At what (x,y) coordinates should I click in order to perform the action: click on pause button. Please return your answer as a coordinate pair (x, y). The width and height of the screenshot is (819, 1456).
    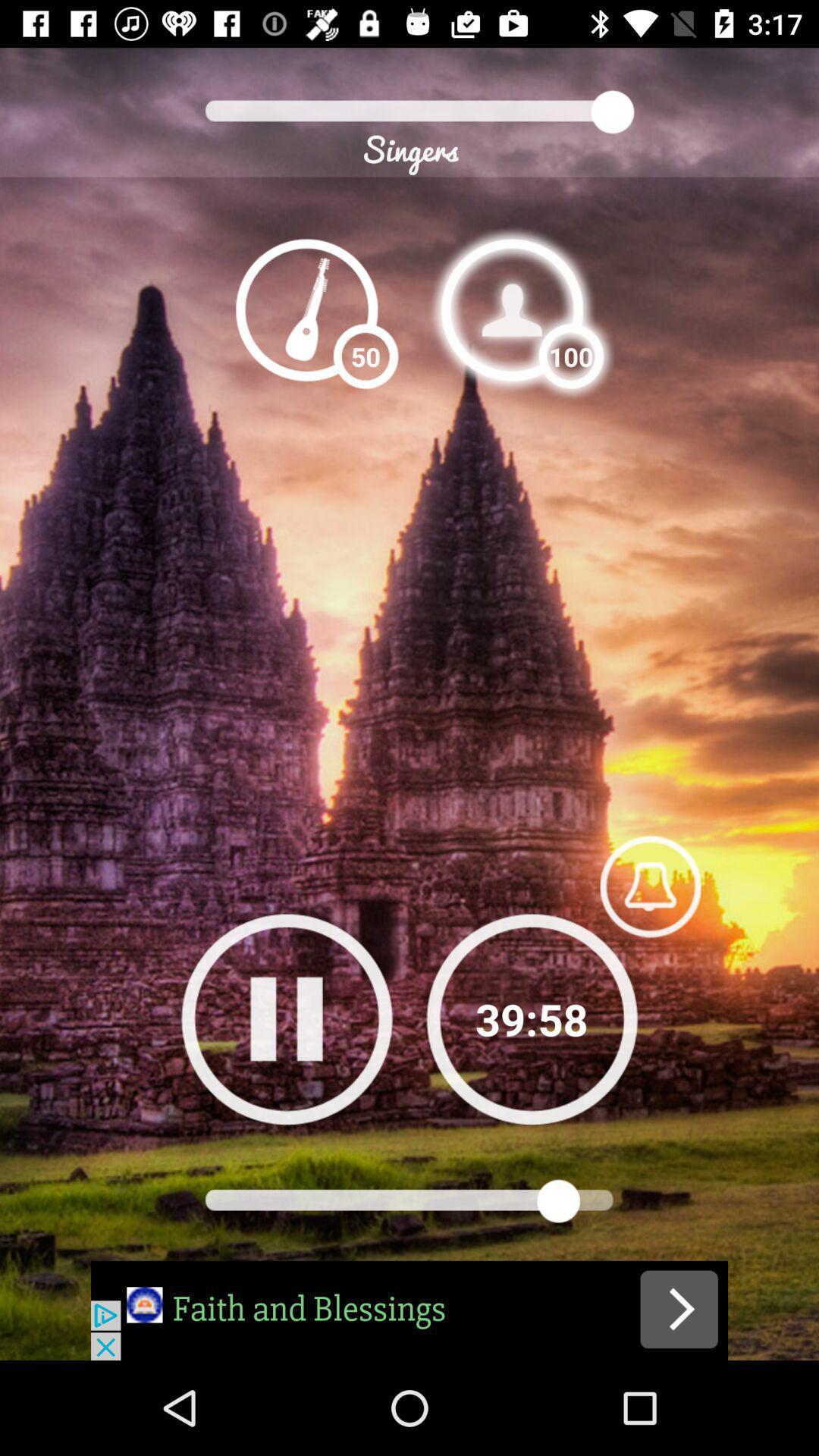
    Looking at the image, I should click on (287, 1018).